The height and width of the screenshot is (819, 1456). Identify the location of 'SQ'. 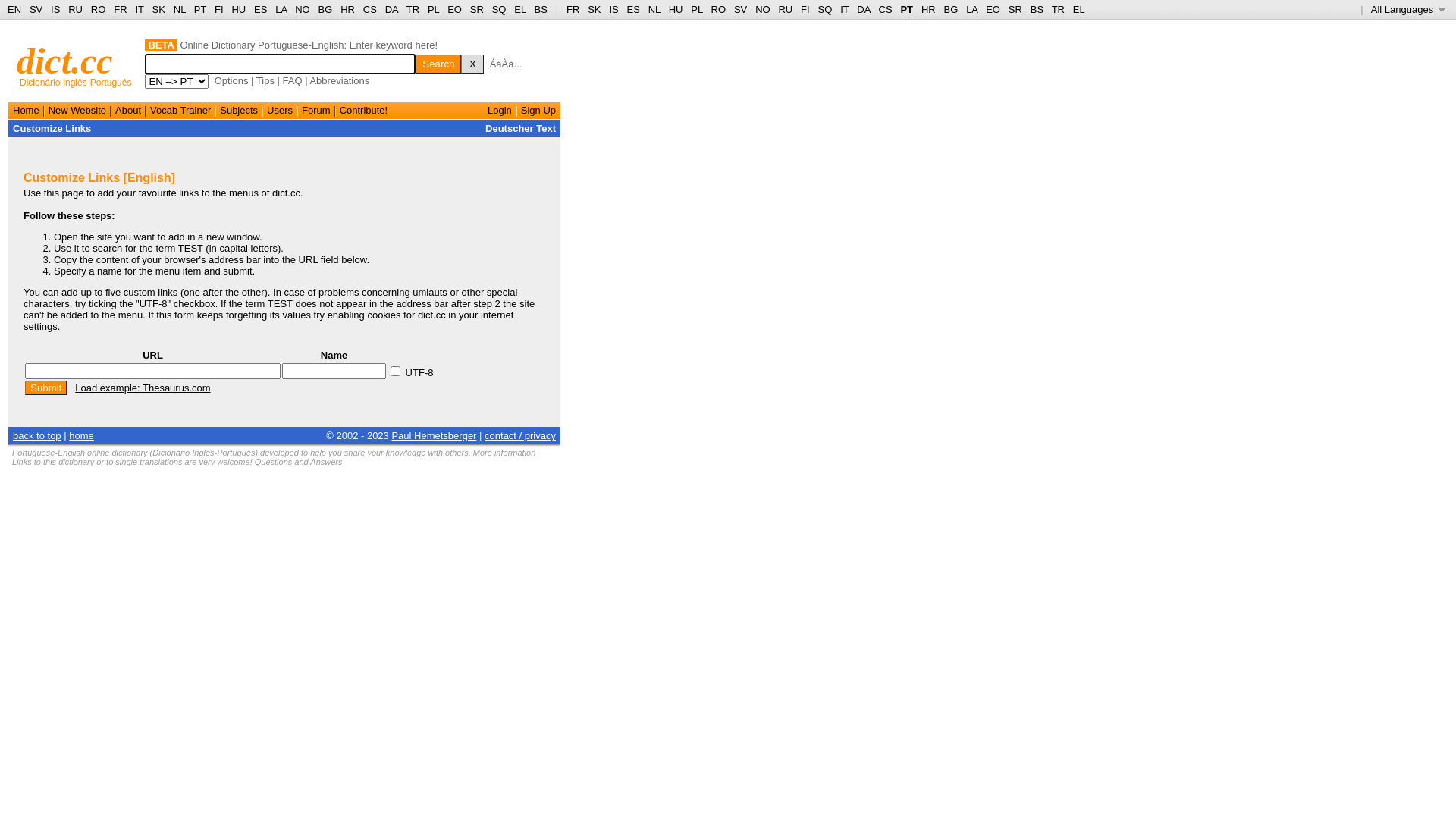
(491, 9).